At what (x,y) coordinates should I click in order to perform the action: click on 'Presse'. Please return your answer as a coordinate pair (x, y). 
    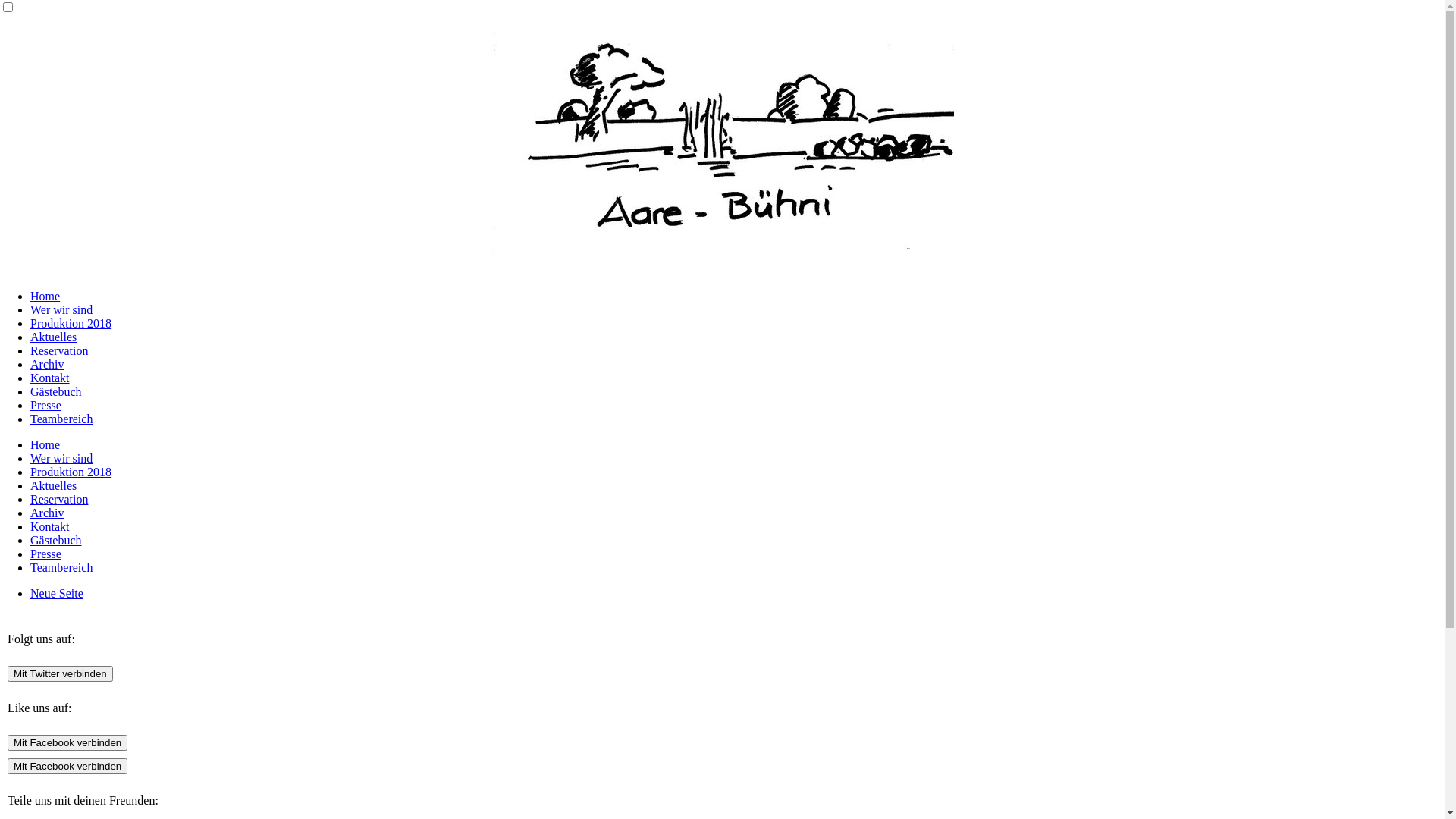
    Looking at the image, I should click on (30, 404).